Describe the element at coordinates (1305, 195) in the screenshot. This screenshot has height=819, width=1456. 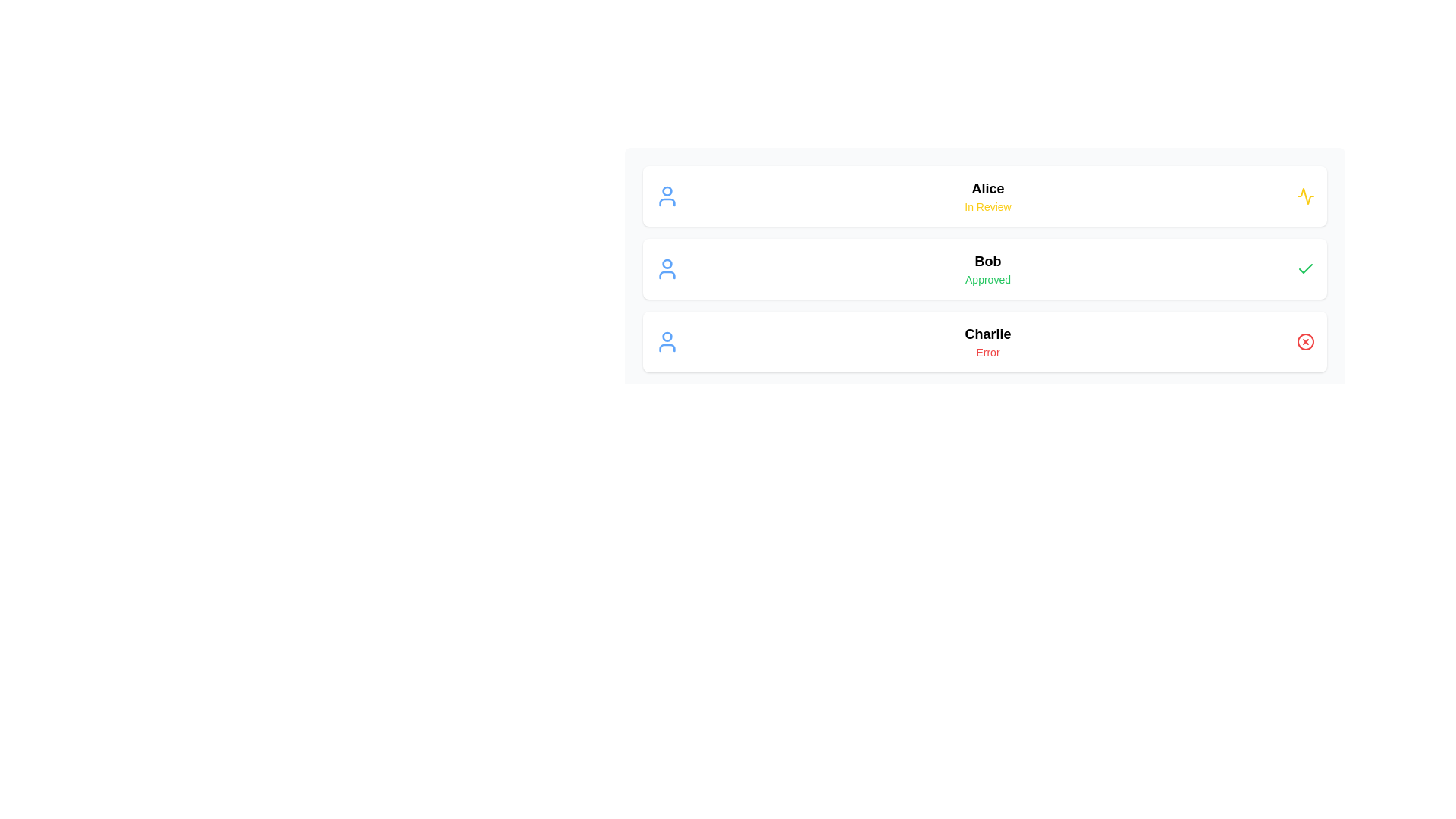
I see `the 'In Review' status indicator icon located on the far right side of the 'Alice' row, aligned horizontally with the text 'Alice'` at that location.